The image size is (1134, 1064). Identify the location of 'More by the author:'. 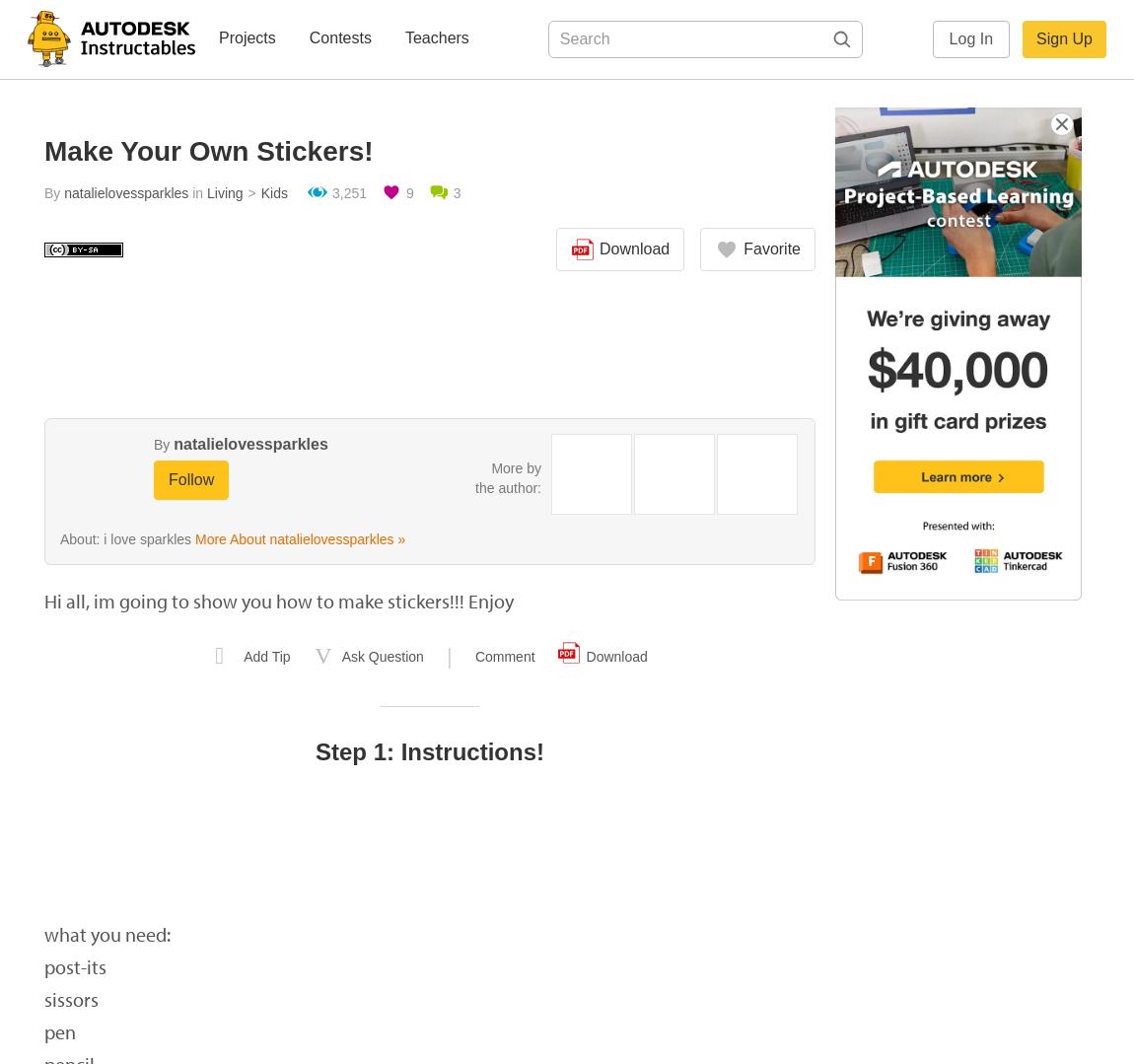
(508, 476).